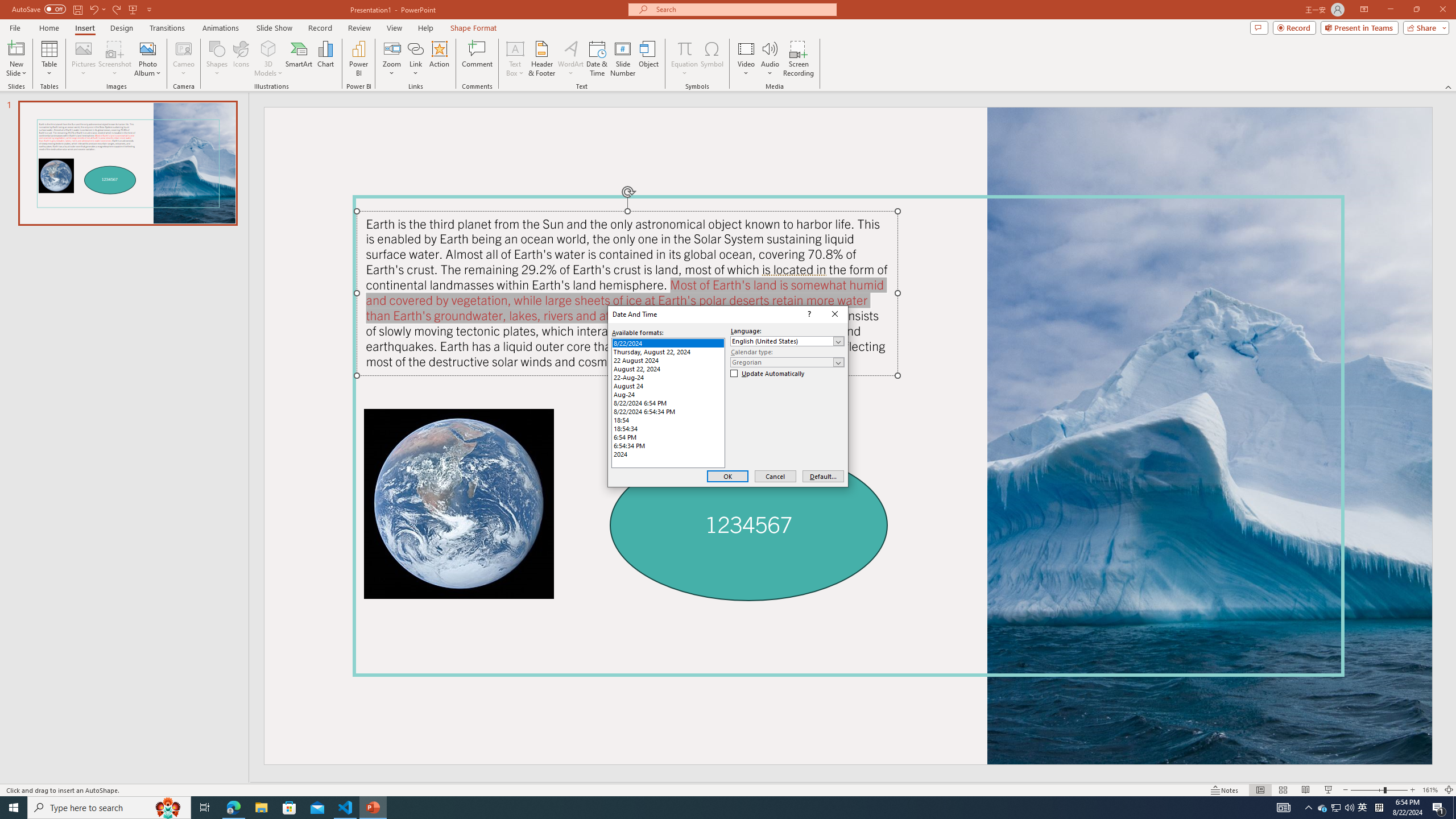 The image size is (1456, 819). I want to click on 'Slide Number', so click(622, 59).